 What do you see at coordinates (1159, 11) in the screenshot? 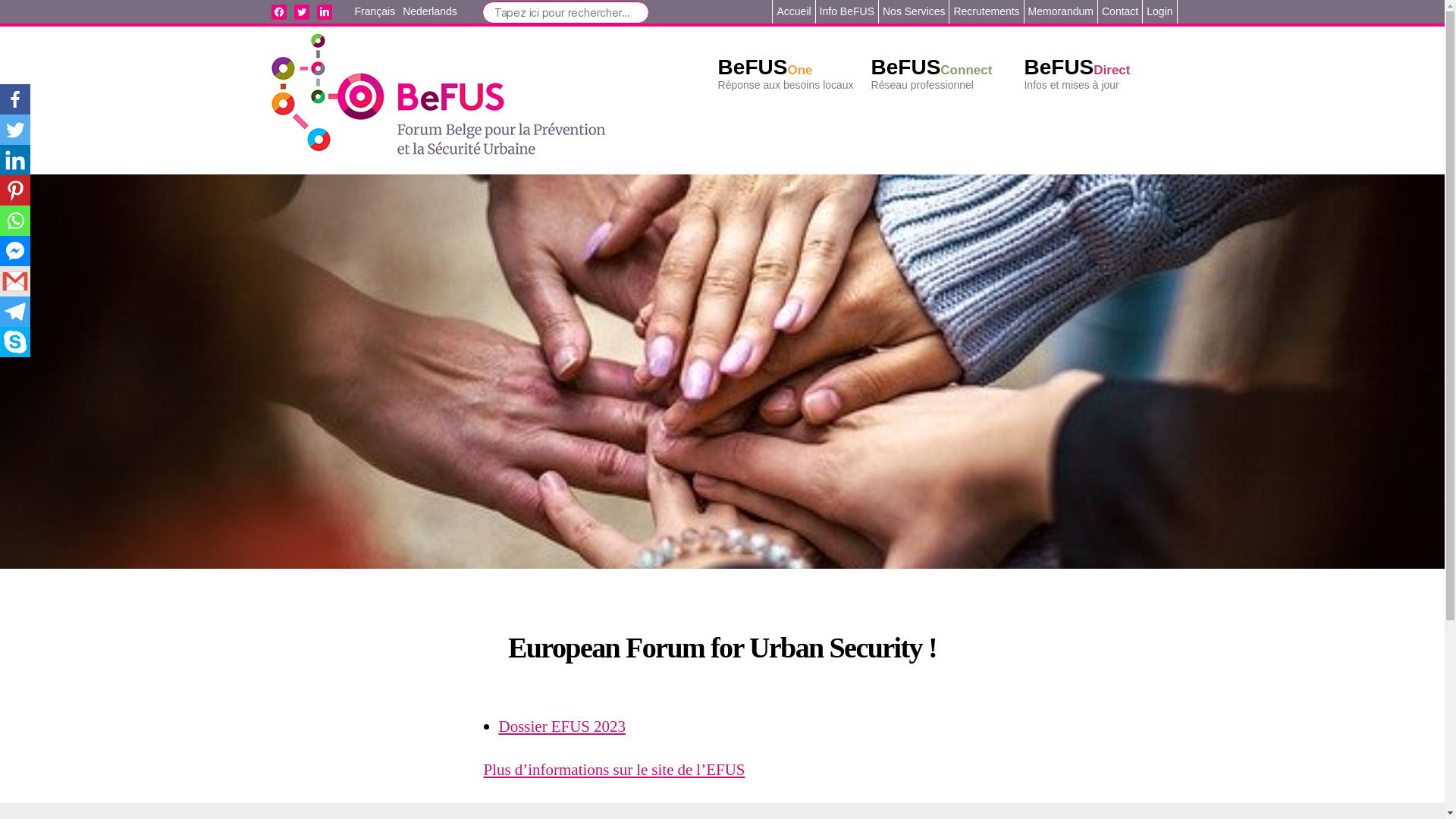
I see `'Login'` at bounding box center [1159, 11].